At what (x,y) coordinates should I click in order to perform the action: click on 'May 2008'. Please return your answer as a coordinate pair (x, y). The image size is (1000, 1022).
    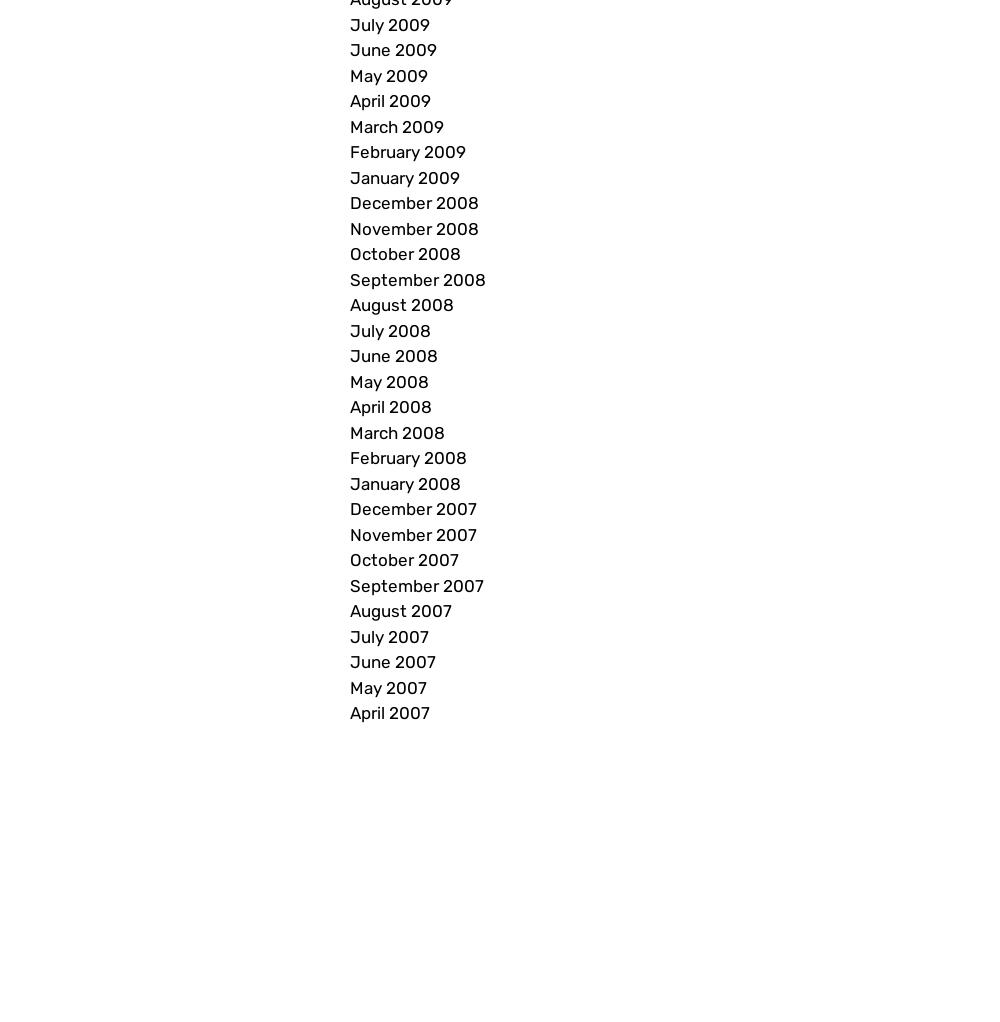
    Looking at the image, I should click on (389, 380).